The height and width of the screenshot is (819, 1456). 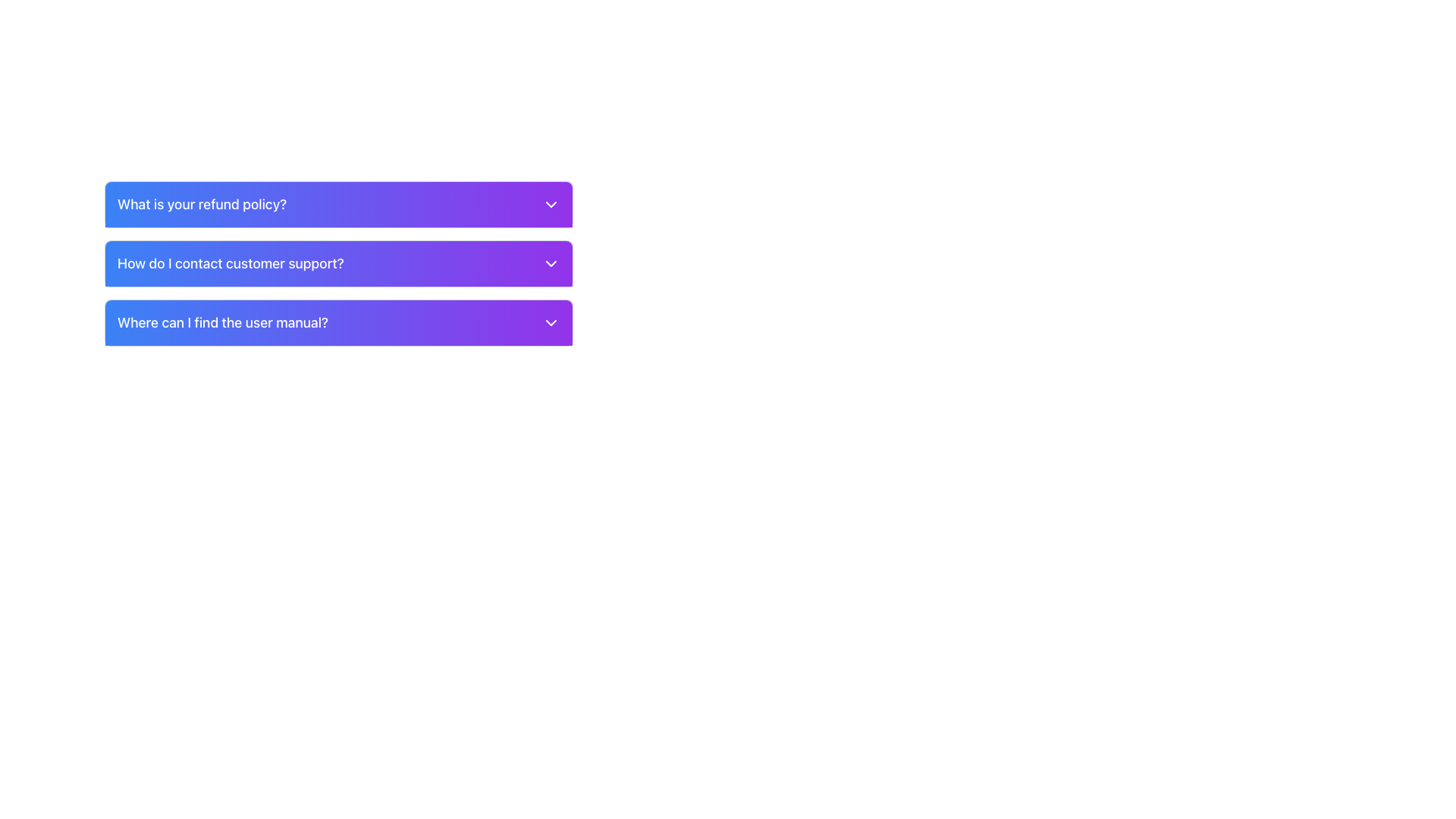 I want to click on the Chevron Icon located at the bottom right corner of the third question box, so click(x=550, y=322).